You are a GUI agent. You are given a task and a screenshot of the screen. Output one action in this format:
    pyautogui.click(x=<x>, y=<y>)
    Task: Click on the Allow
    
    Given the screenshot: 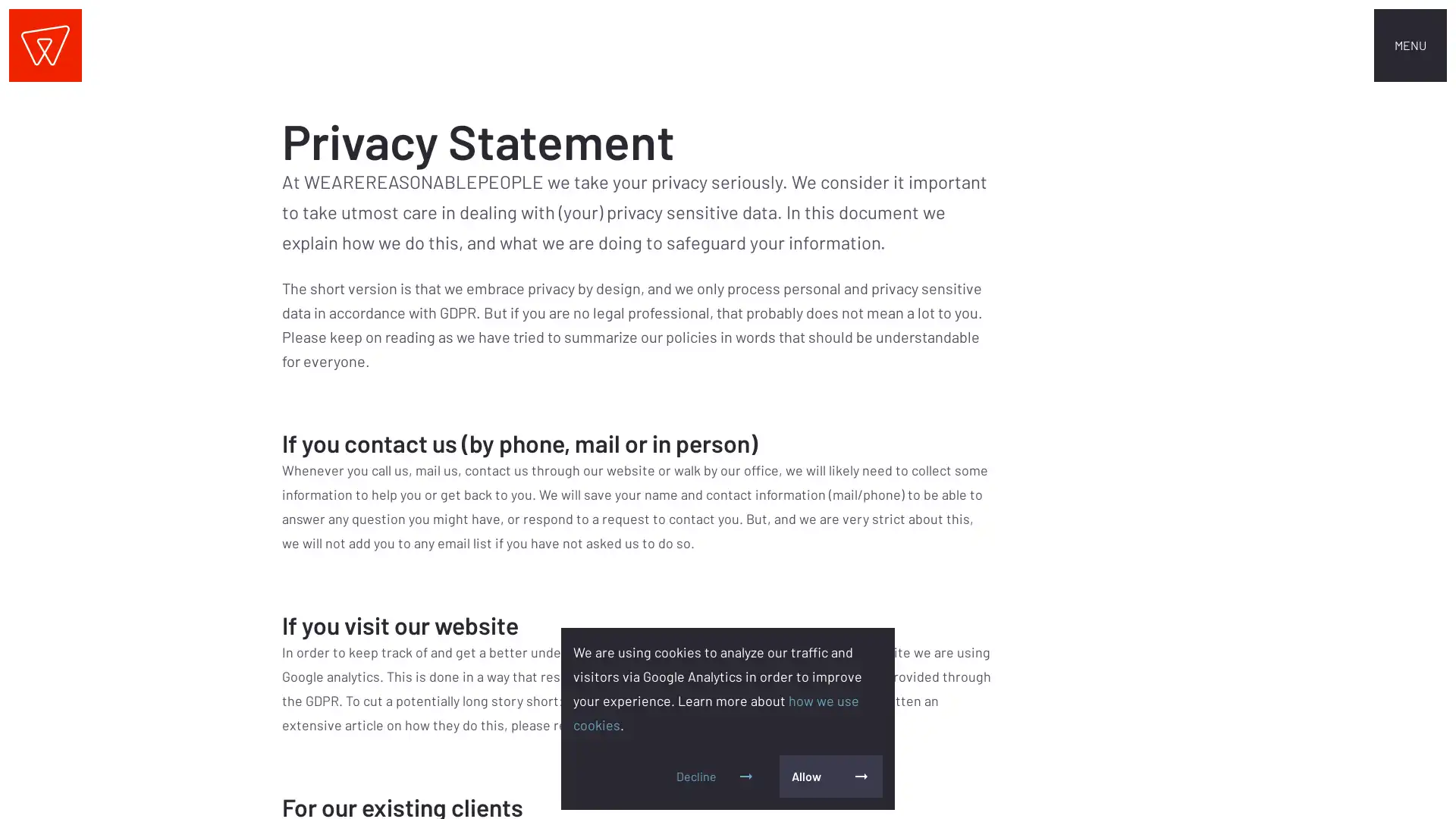 What is the action you would take?
    pyautogui.click(x=830, y=776)
    